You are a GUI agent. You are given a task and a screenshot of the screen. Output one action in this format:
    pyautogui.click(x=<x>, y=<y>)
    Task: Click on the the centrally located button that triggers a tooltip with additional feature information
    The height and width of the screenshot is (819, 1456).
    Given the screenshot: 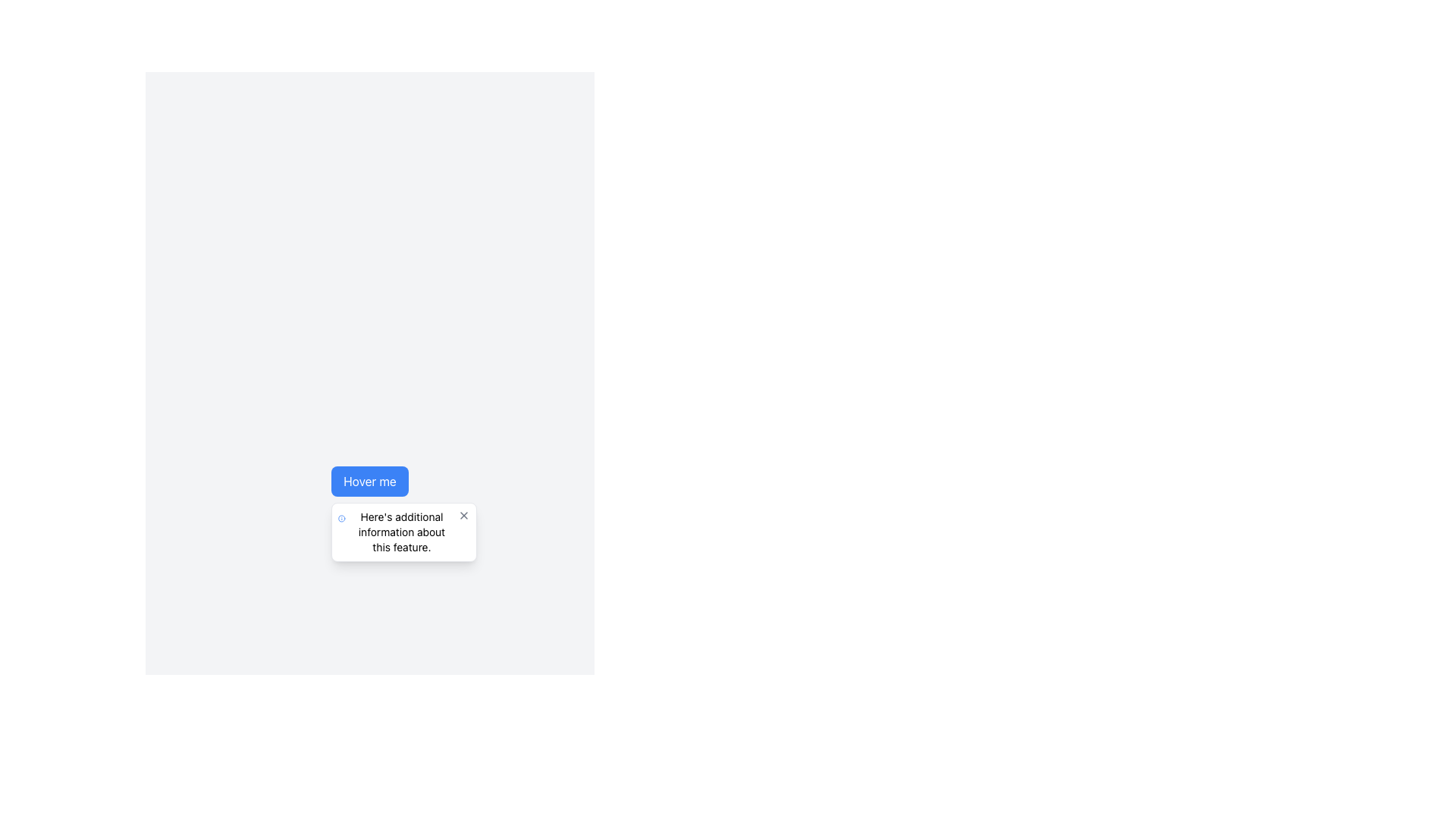 What is the action you would take?
    pyautogui.click(x=370, y=482)
    